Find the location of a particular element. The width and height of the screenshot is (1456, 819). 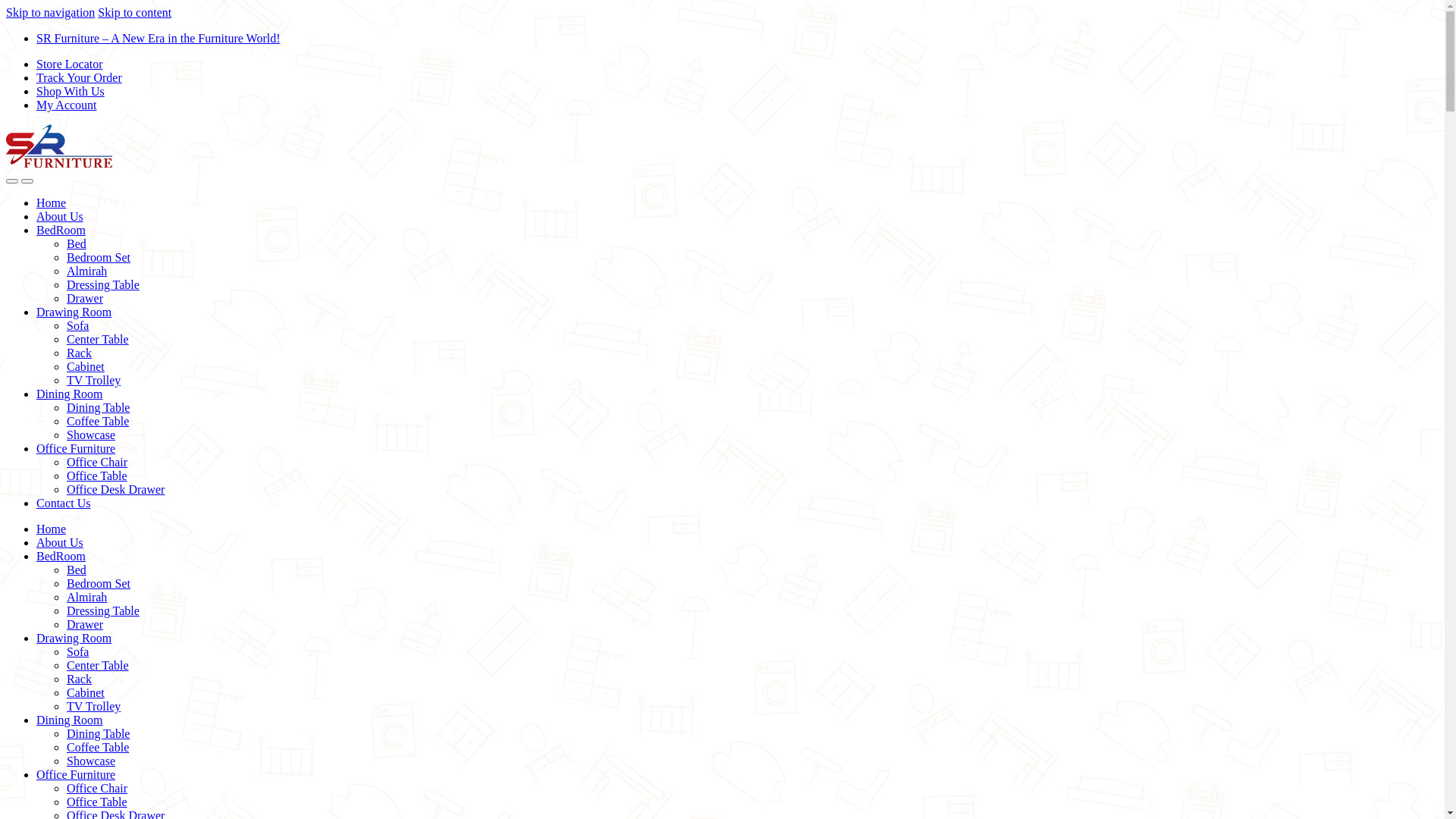

'BedRoom' is located at coordinates (61, 230).